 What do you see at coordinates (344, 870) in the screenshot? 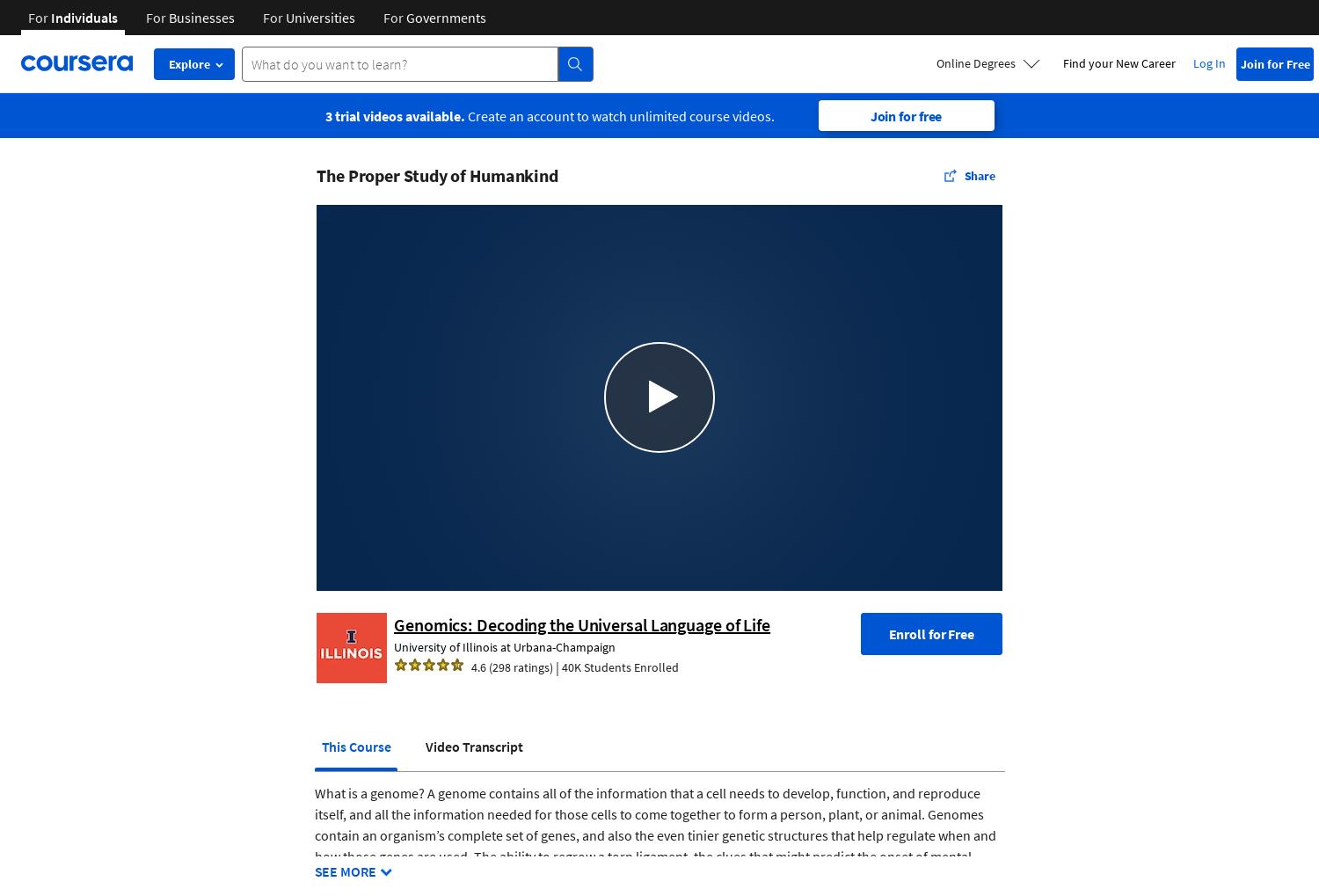
I see `'SEE MORE'` at bounding box center [344, 870].